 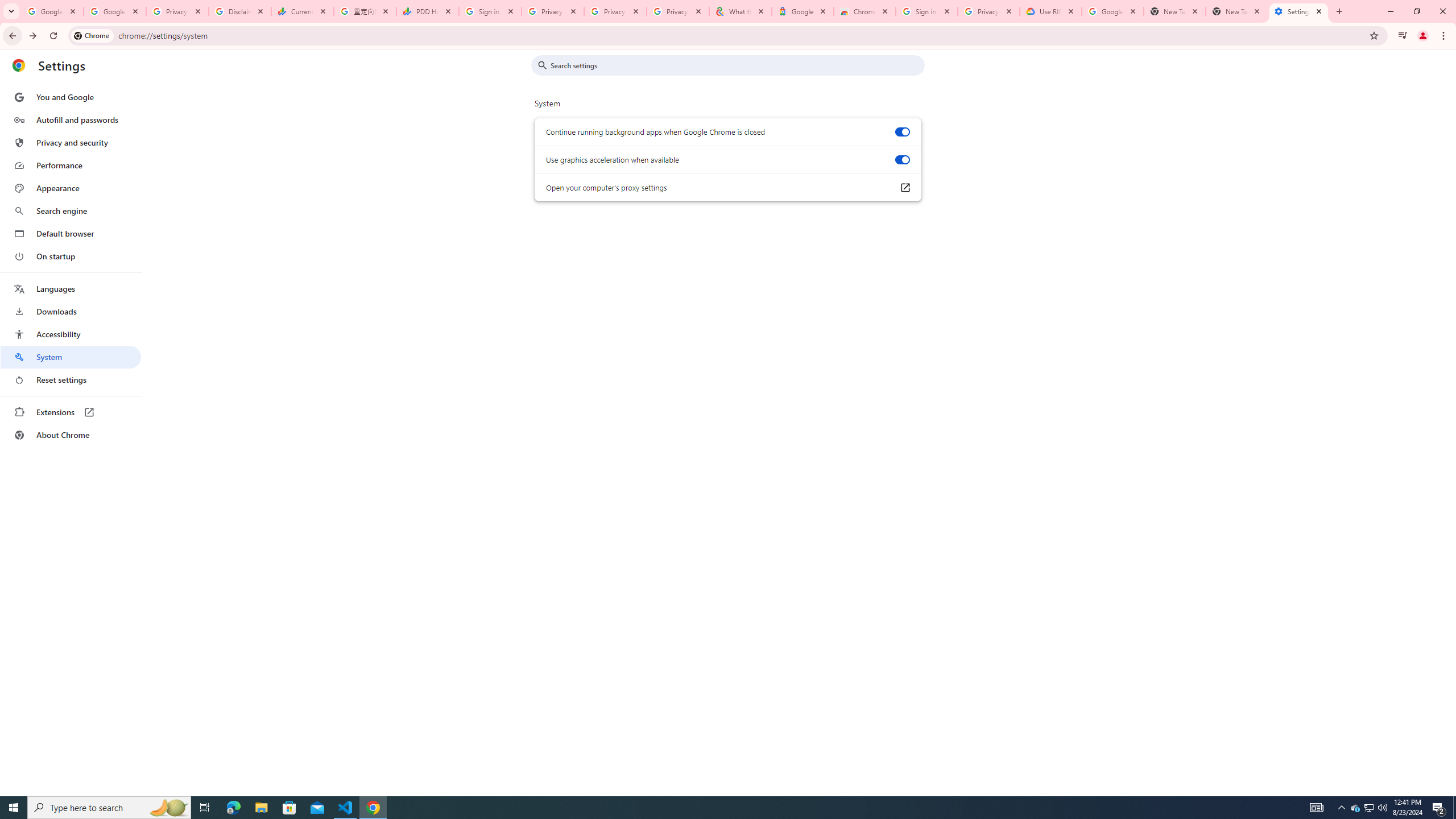 What do you see at coordinates (71, 266) in the screenshot?
I see `'AutomationID: menu'` at bounding box center [71, 266].